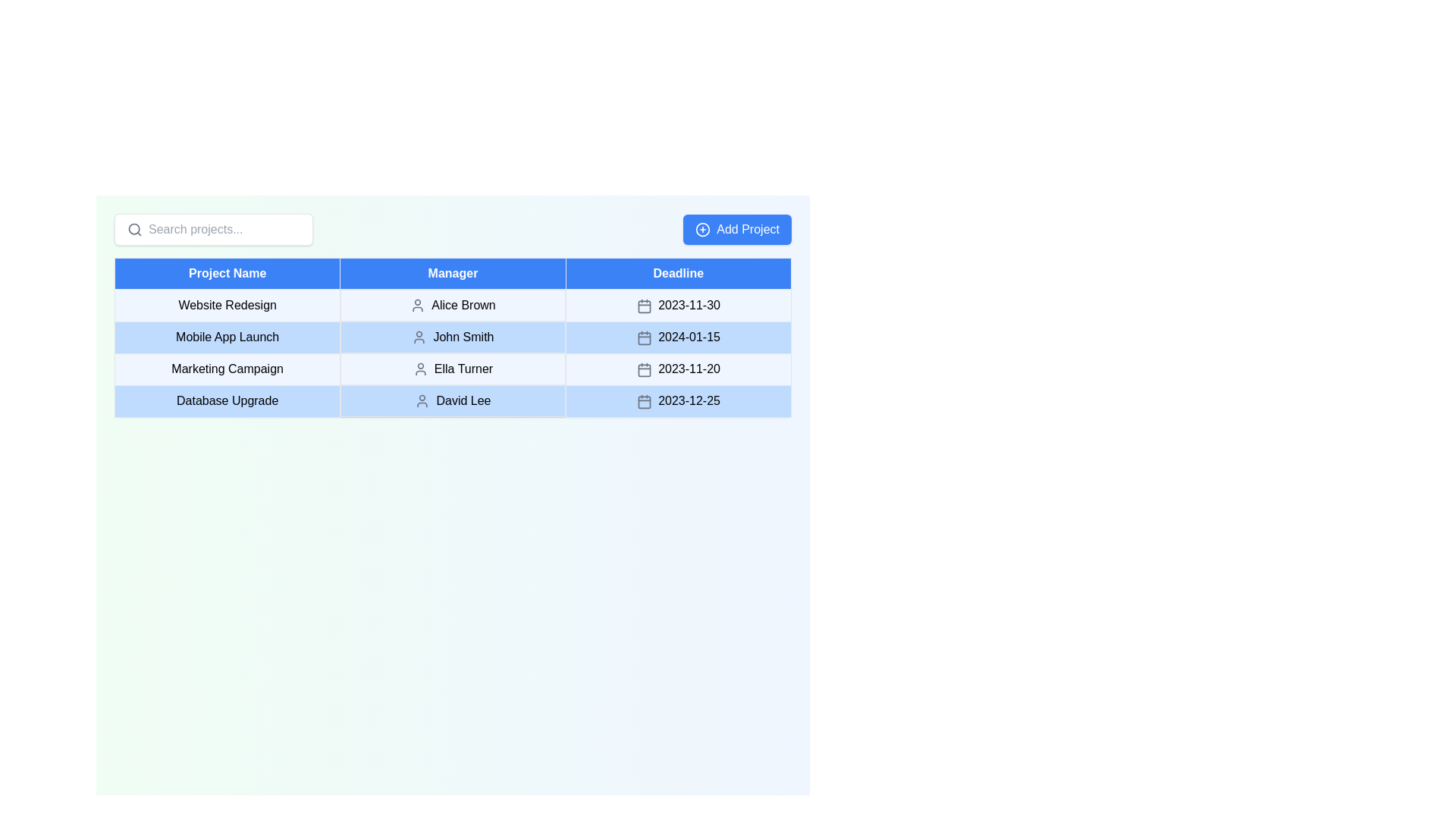  I want to click on the user icon representing 'Alice Brown', located in the 'Manager' column of the data table for the 'Website Redesign' project, so click(418, 305).